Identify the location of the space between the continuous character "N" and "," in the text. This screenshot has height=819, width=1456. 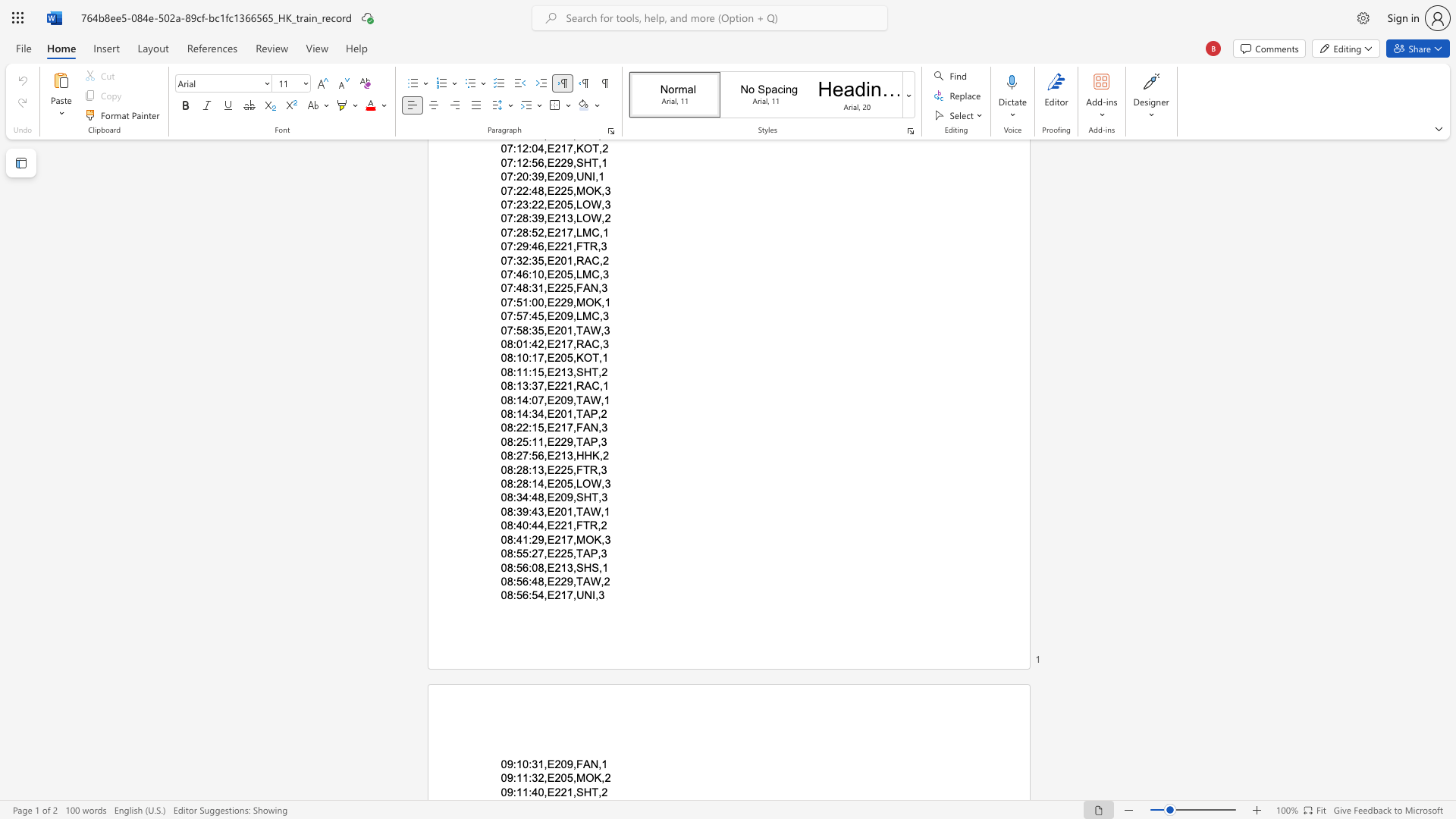
(596, 764).